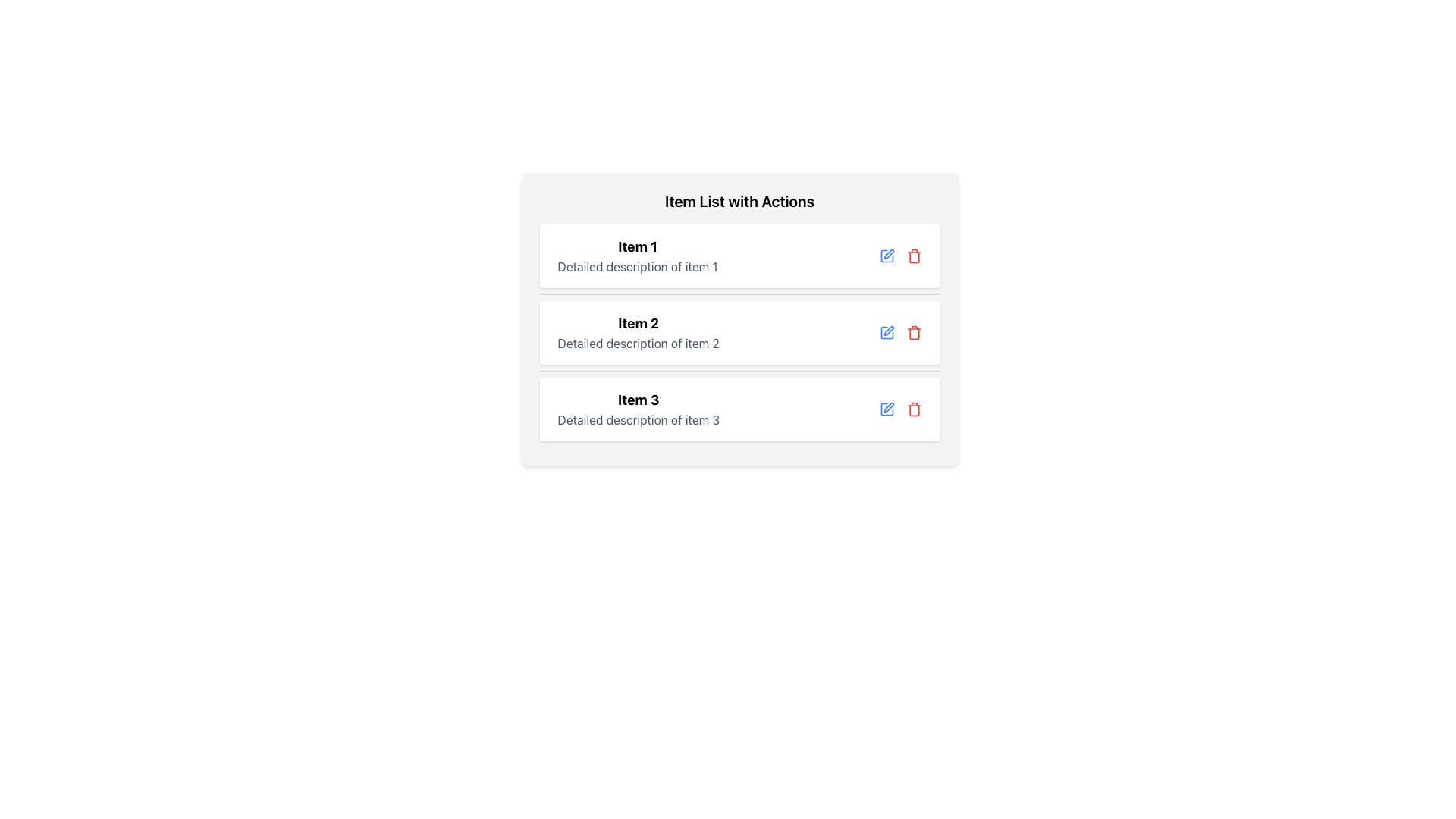 The image size is (1456, 819). What do you see at coordinates (638, 409) in the screenshot?
I see `to select the text in the third item descriptor of the vertically stacked list, which displays the title and brief description of the item` at bounding box center [638, 409].